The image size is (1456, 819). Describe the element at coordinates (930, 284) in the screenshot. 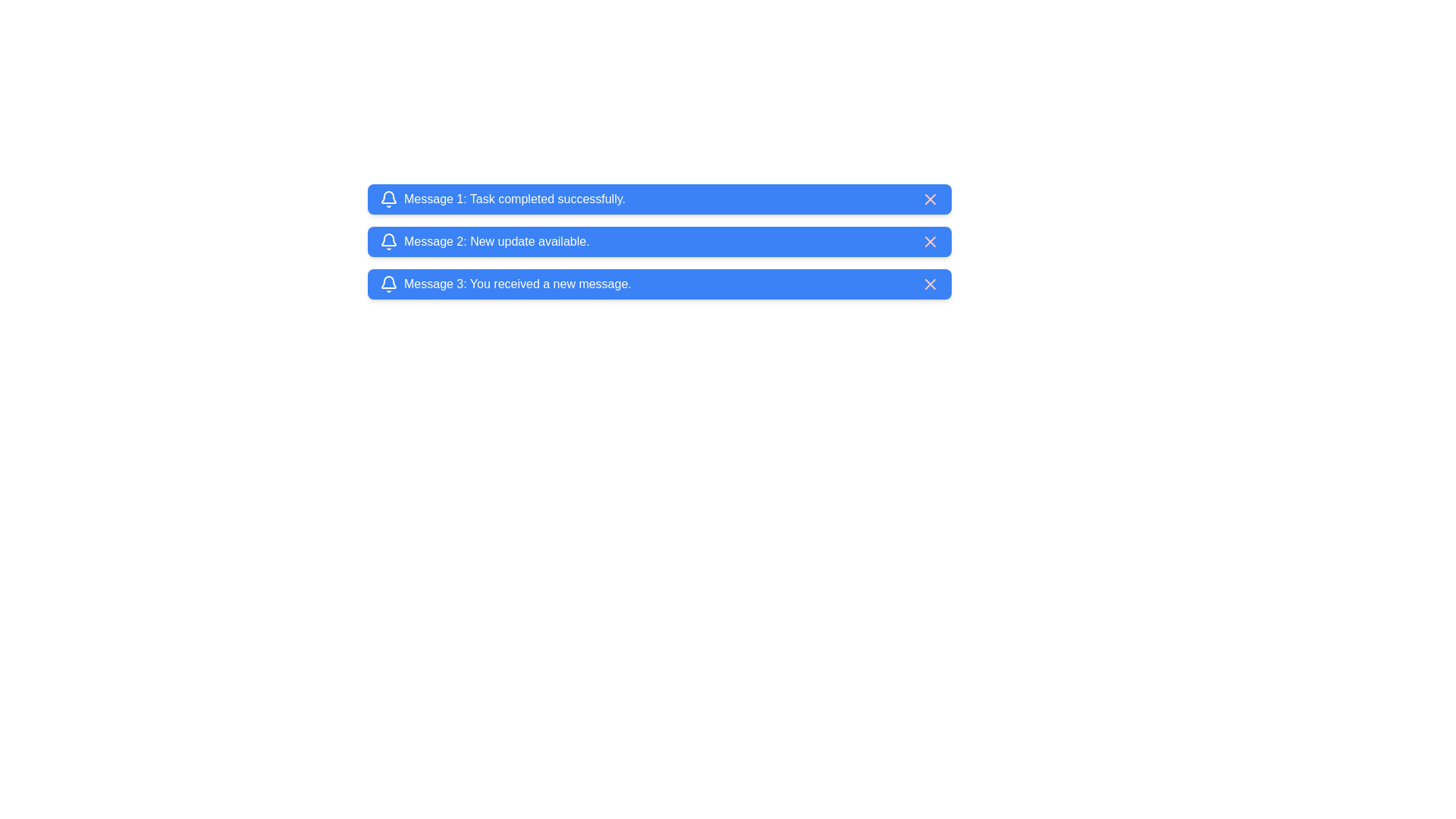

I see `the 'X' icon in the notification that indicates 'You received a new message'` at that location.